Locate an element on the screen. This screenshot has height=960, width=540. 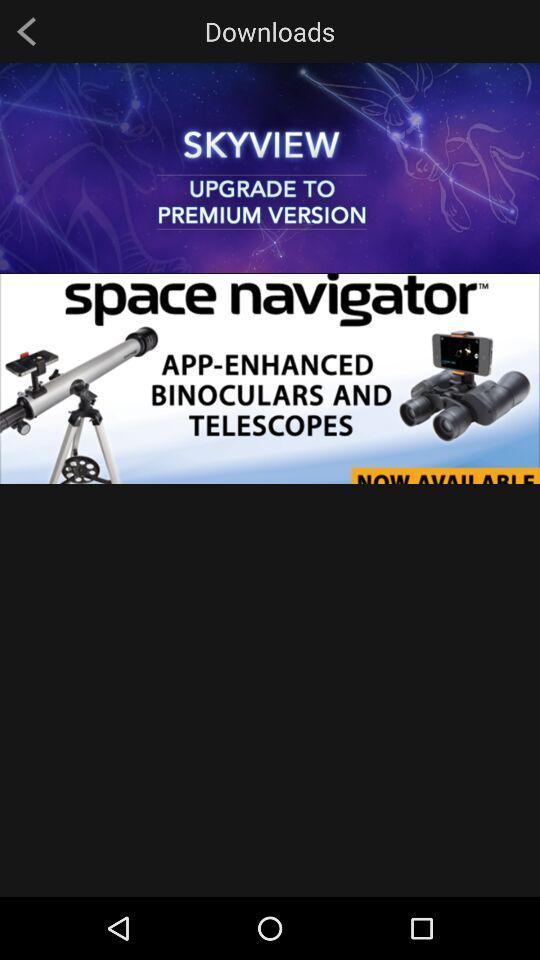
the app to the left of downloads is located at coordinates (25, 30).